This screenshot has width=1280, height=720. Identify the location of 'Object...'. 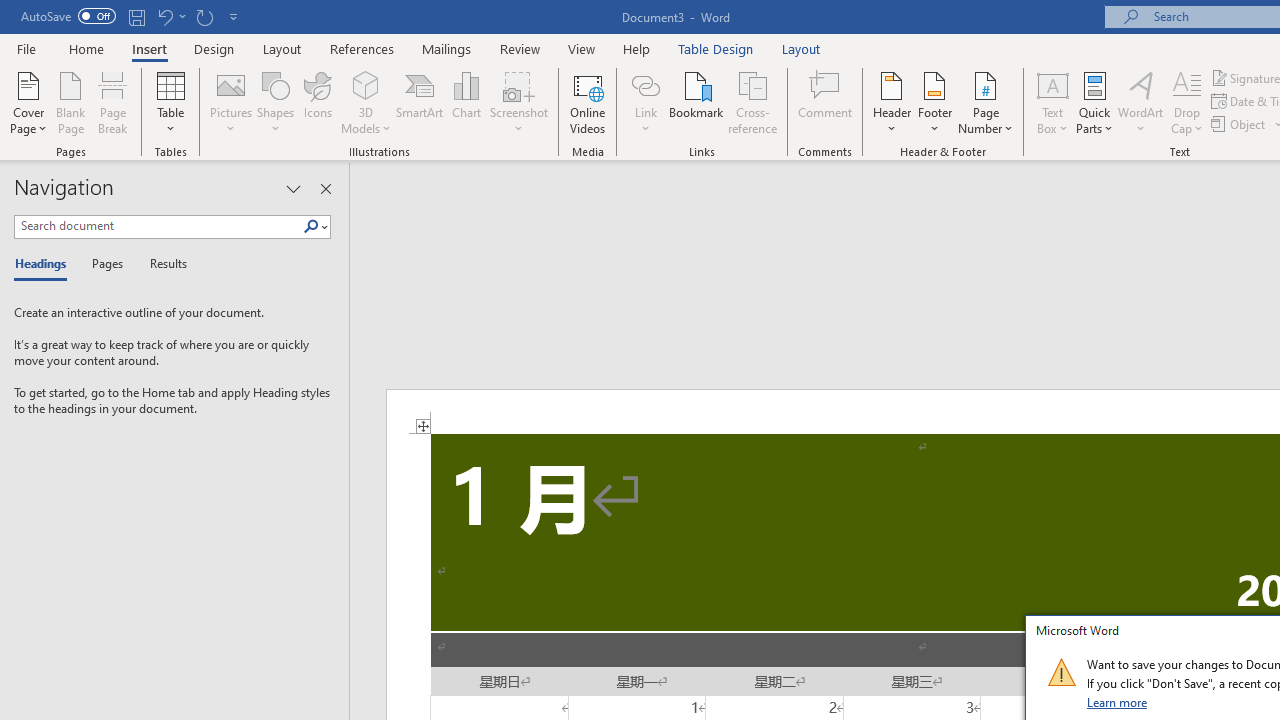
(1239, 124).